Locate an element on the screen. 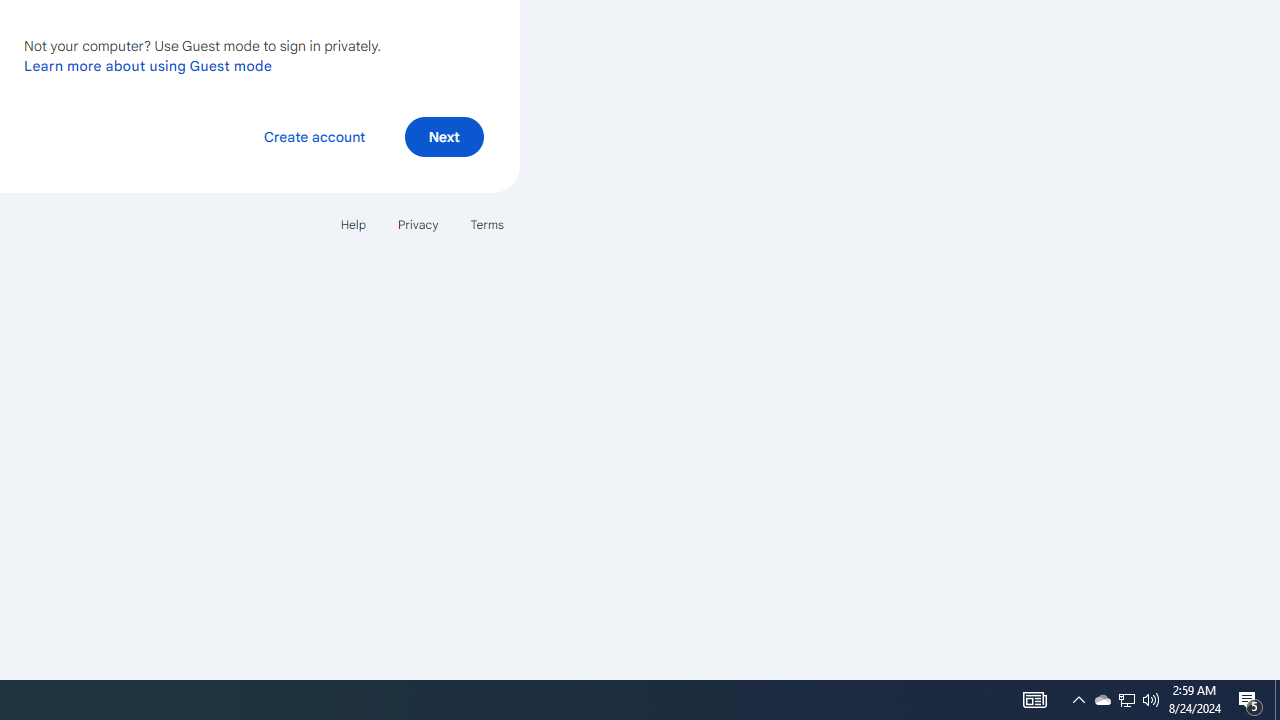  'Next' is located at coordinates (443, 135).